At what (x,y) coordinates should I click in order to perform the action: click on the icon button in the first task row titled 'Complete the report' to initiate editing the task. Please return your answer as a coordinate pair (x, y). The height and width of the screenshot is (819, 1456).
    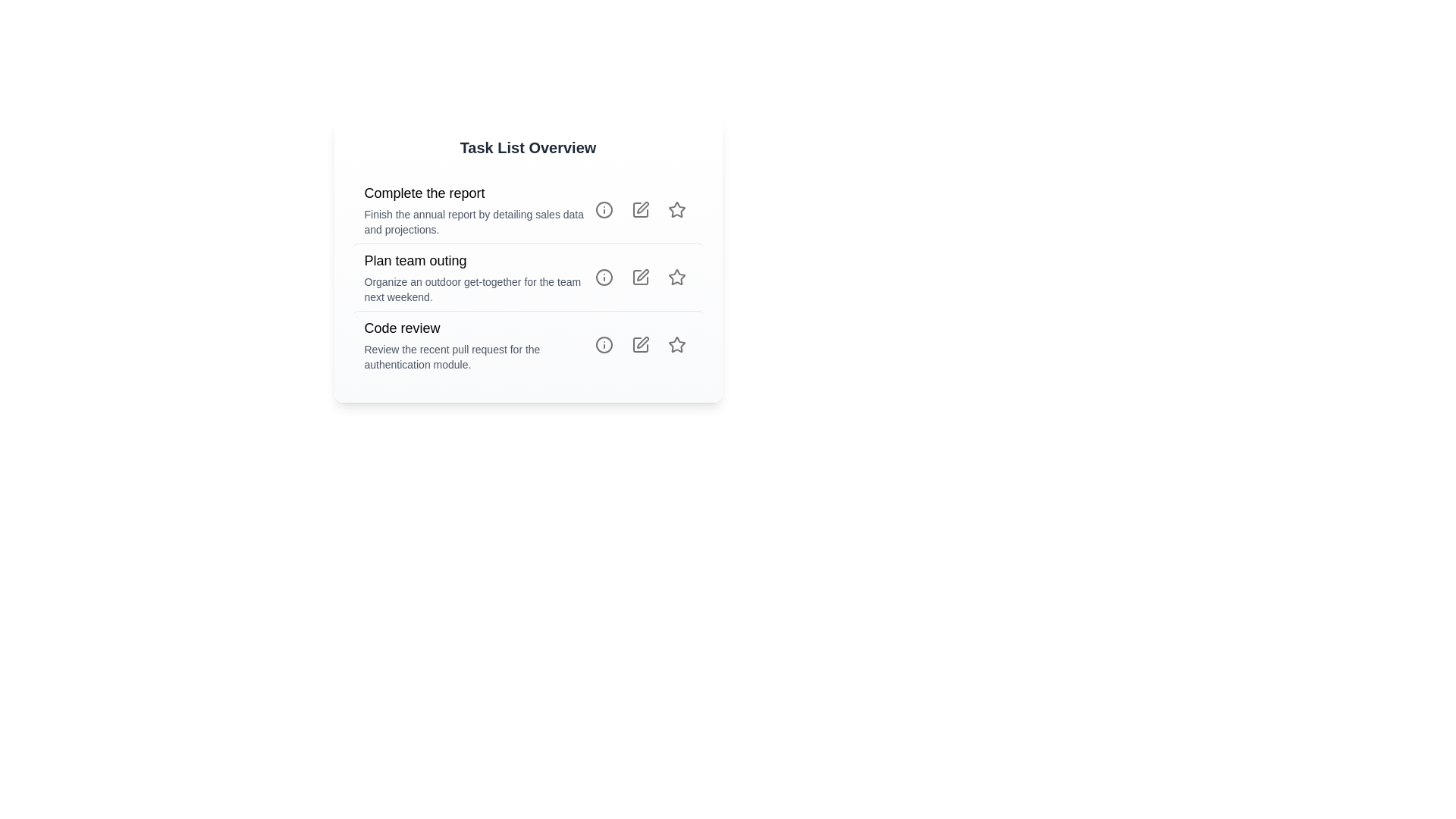
    Looking at the image, I should click on (640, 210).